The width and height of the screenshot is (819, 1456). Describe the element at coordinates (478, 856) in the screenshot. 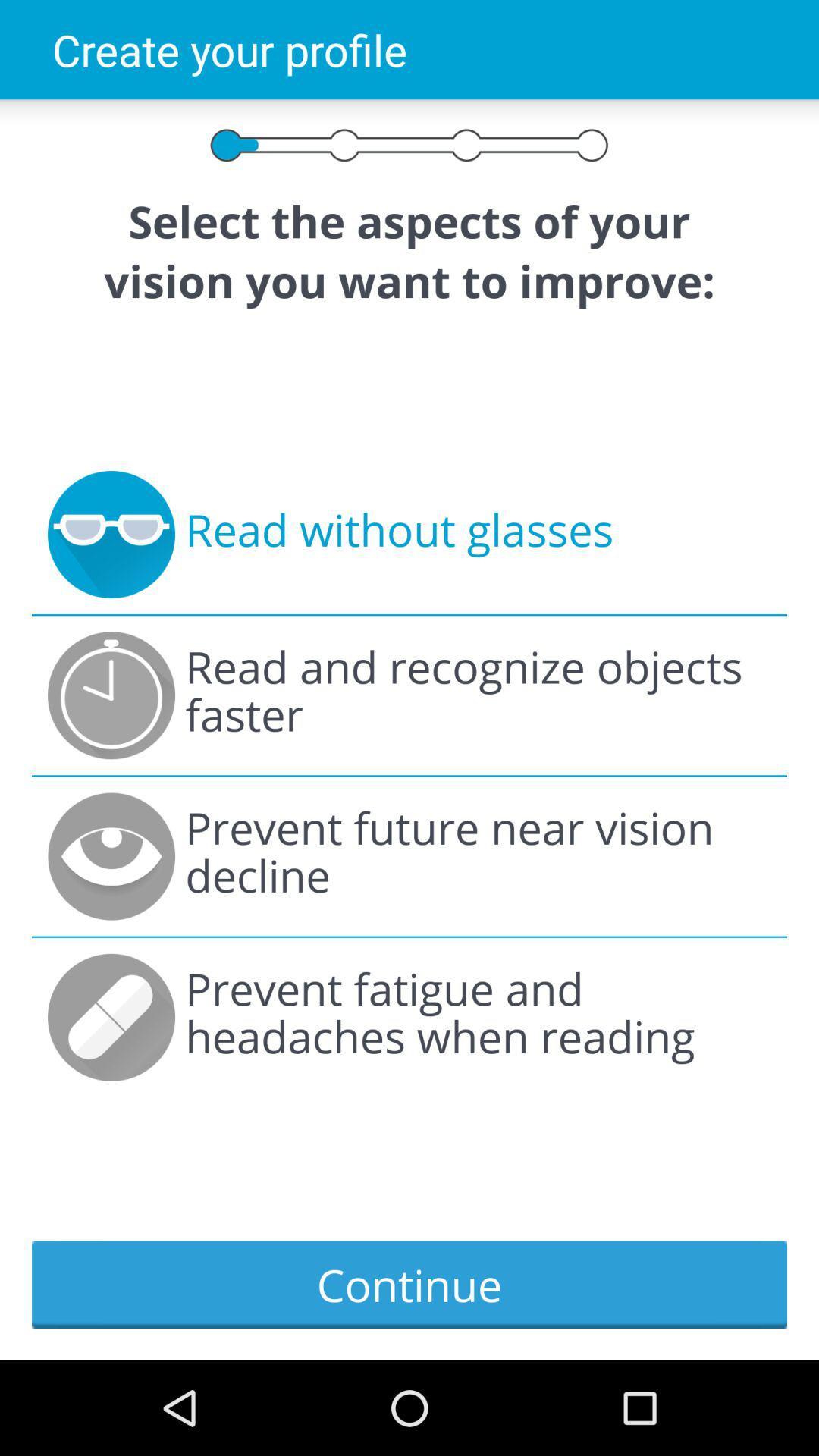

I see `the prevent future near` at that location.